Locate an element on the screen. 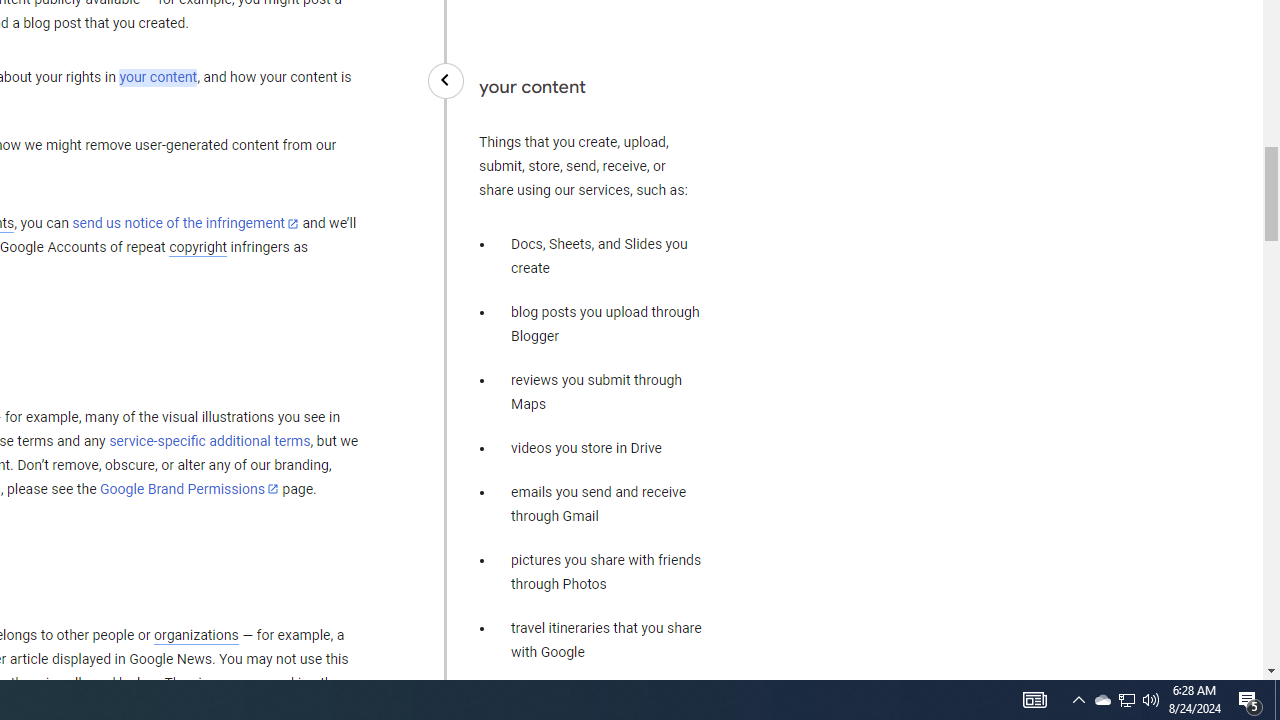 This screenshot has height=720, width=1280. 'copyright' is located at coordinates (198, 247).